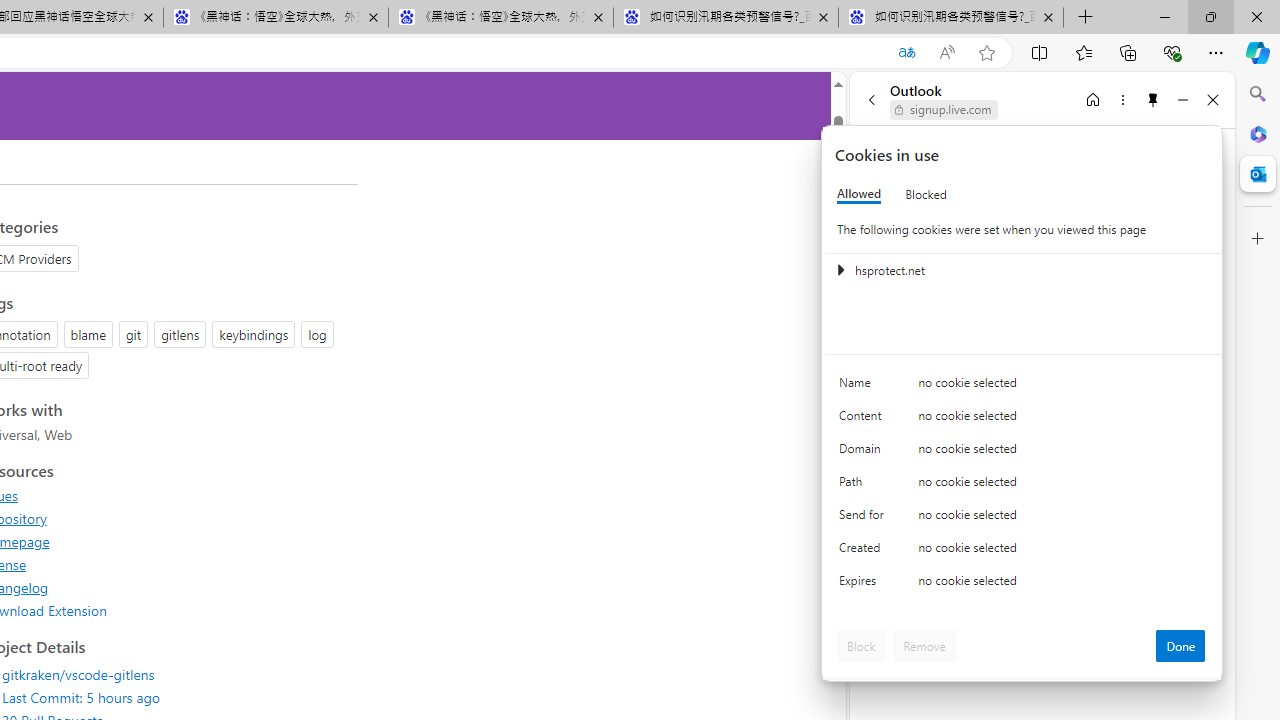 Image resolution: width=1280 pixels, height=720 pixels. Describe the element at coordinates (865, 387) in the screenshot. I see `'Name'` at that location.